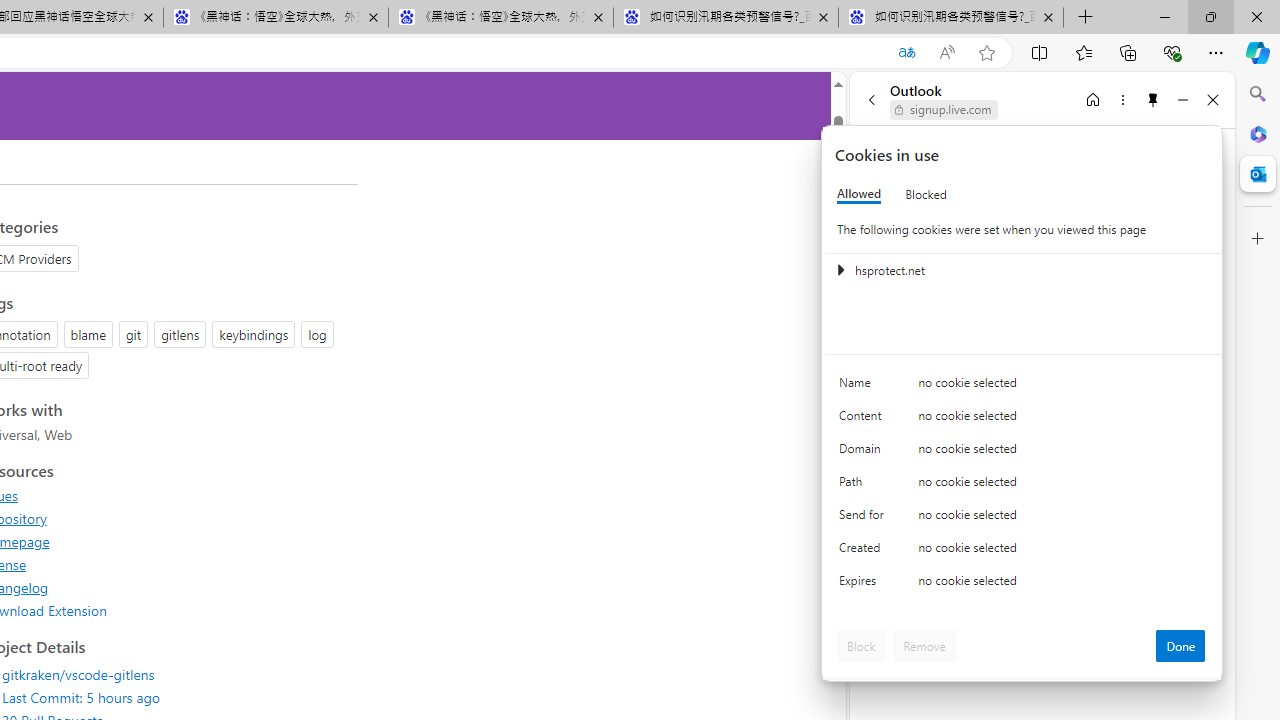 Image resolution: width=1280 pixels, height=720 pixels. Describe the element at coordinates (865, 387) in the screenshot. I see `'Name'` at that location.